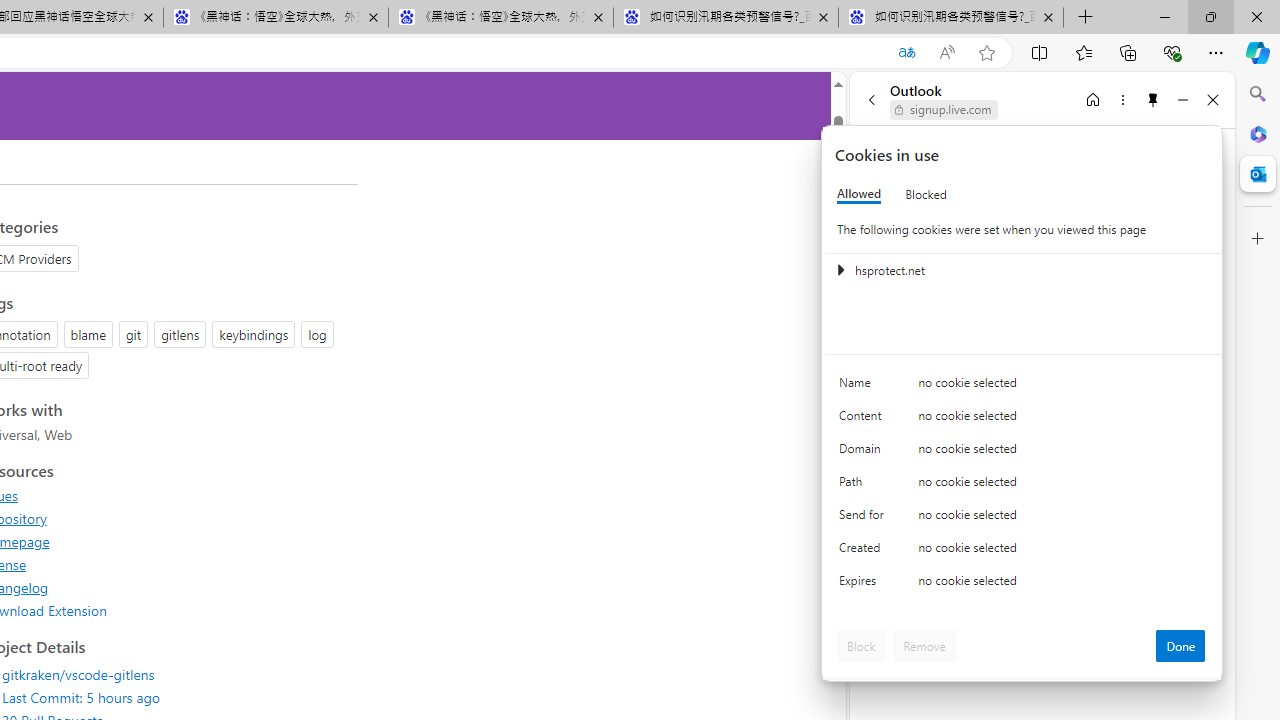 Image resolution: width=1280 pixels, height=720 pixels. Describe the element at coordinates (865, 387) in the screenshot. I see `'Name'` at that location.